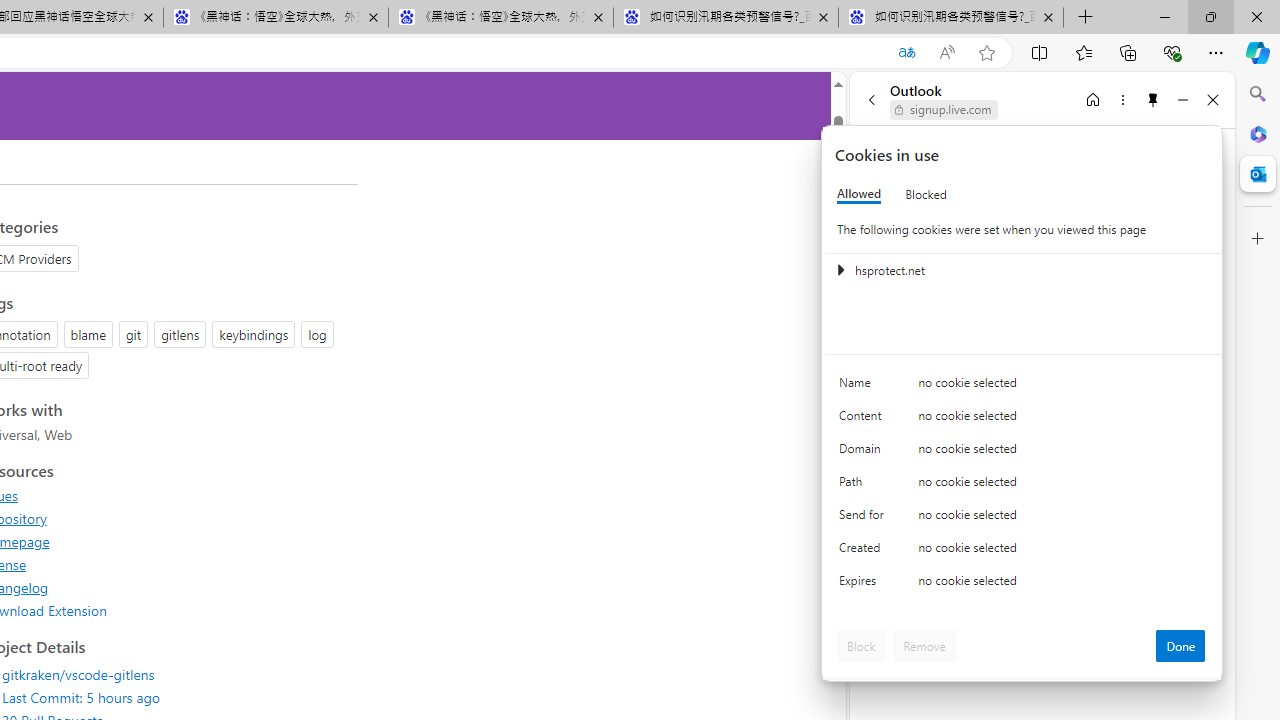 Image resolution: width=1280 pixels, height=720 pixels. Describe the element at coordinates (865, 387) in the screenshot. I see `'Name'` at that location.